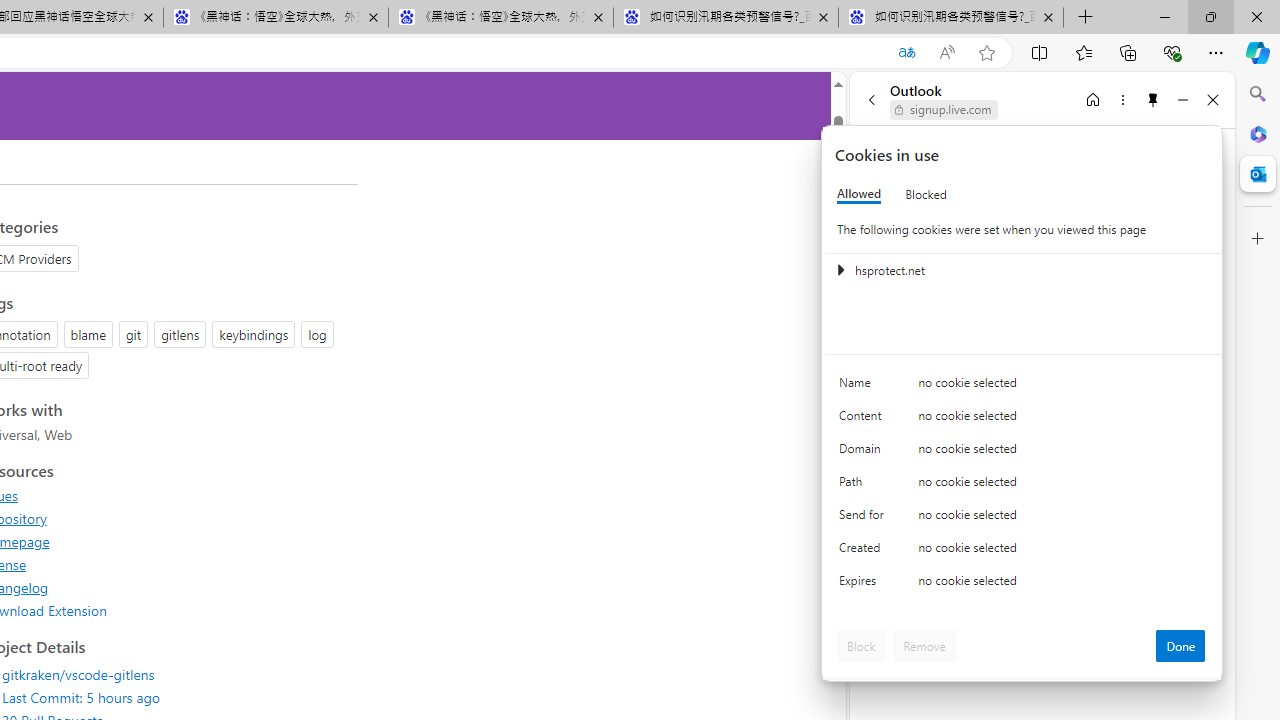 Image resolution: width=1280 pixels, height=720 pixels. Describe the element at coordinates (865, 387) in the screenshot. I see `'Name'` at that location.